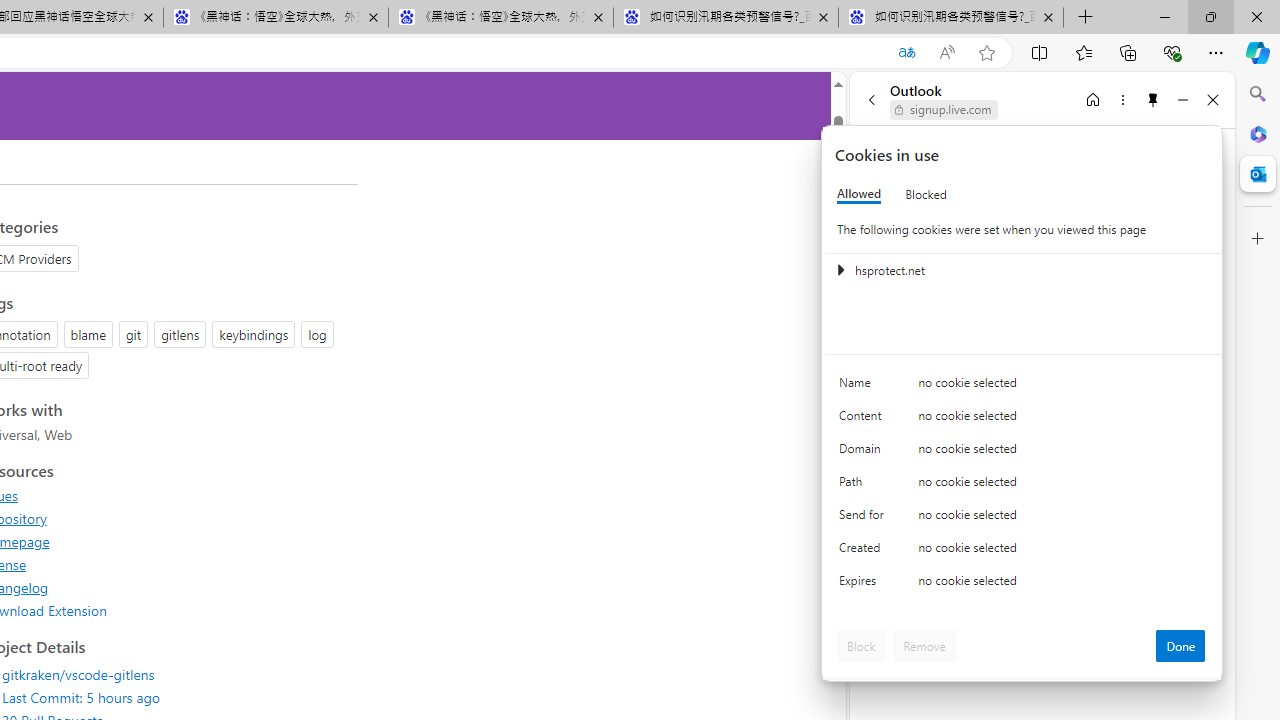 Image resolution: width=1280 pixels, height=720 pixels. Describe the element at coordinates (865, 387) in the screenshot. I see `'Name'` at that location.